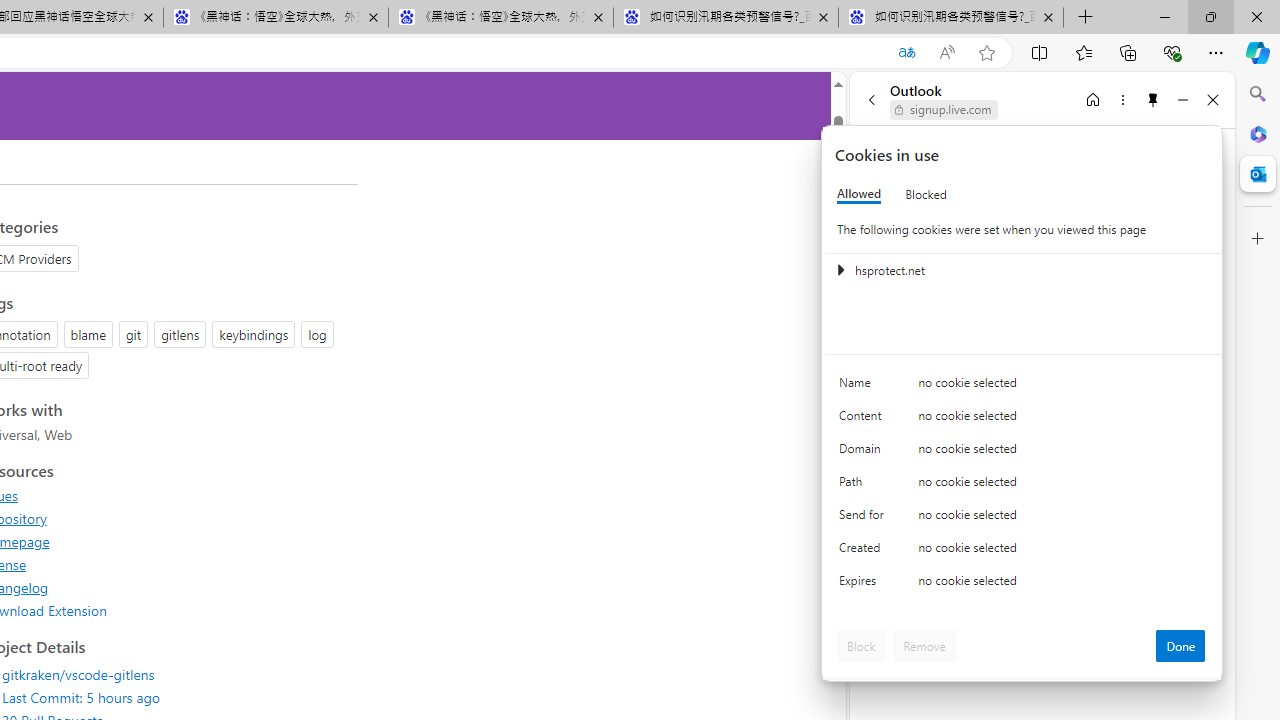 Image resolution: width=1280 pixels, height=720 pixels. Describe the element at coordinates (865, 387) in the screenshot. I see `'Name'` at that location.